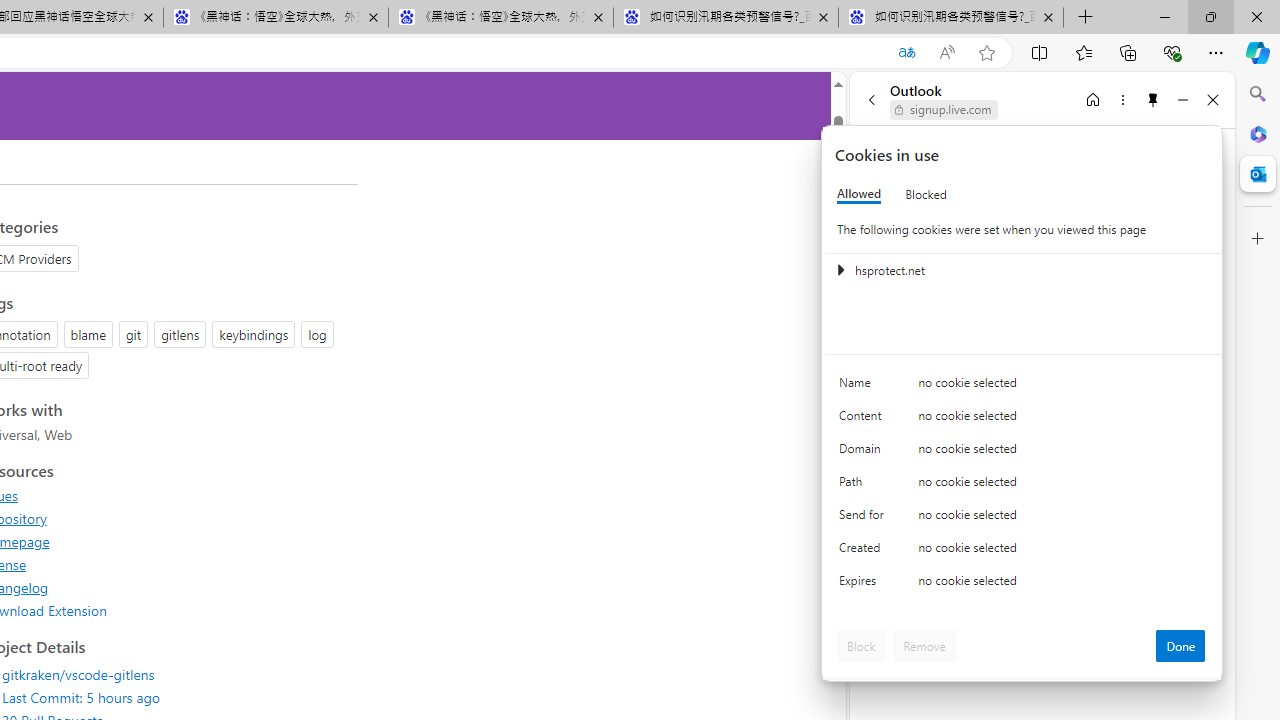 Image resolution: width=1280 pixels, height=720 pixels. Describe the element at coordinates (865, 387) in the screenshot. I see `'Name'` at that location.